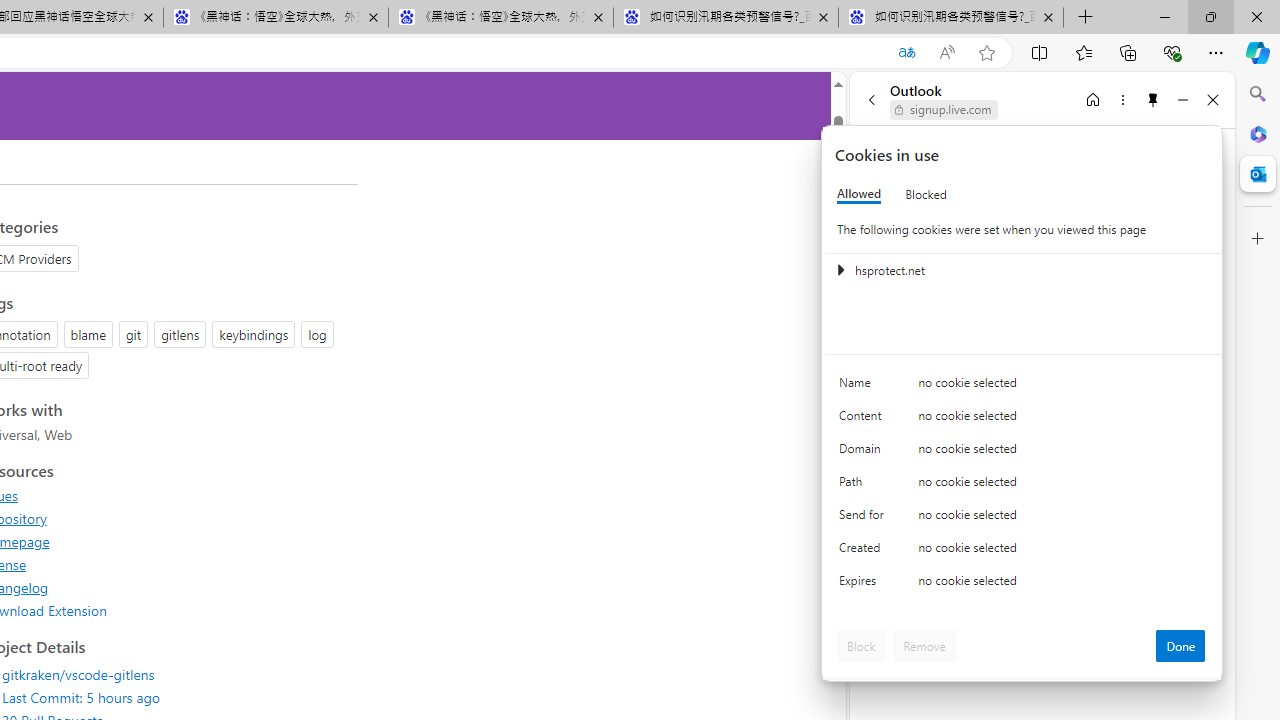 Image resolution: width=1280 pixels, height=720 pixels. Describe the element at coordinates (865, 387) in the screenshot. I see `'Name'` at that location.